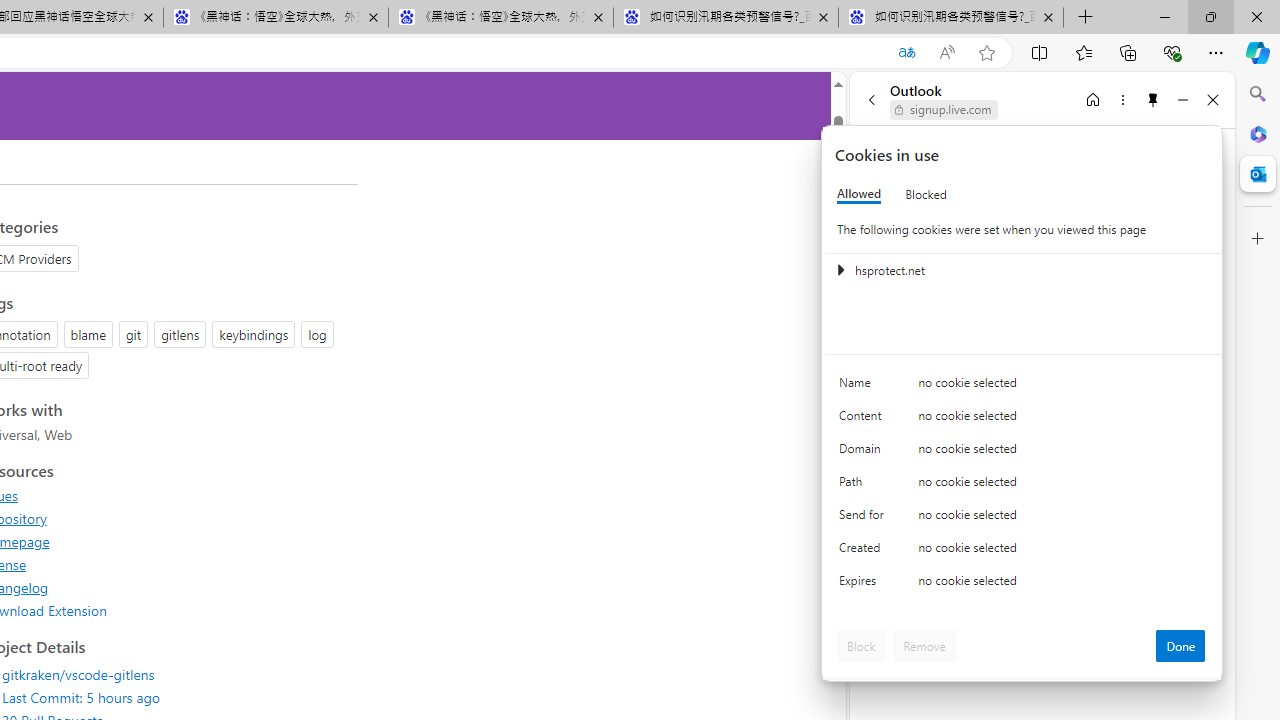 Image resolution: width=1280 pixels, height=720 pixels. Describe the element at coordinates (865, 387) in the screenshot. I see `'Name'` at that location.